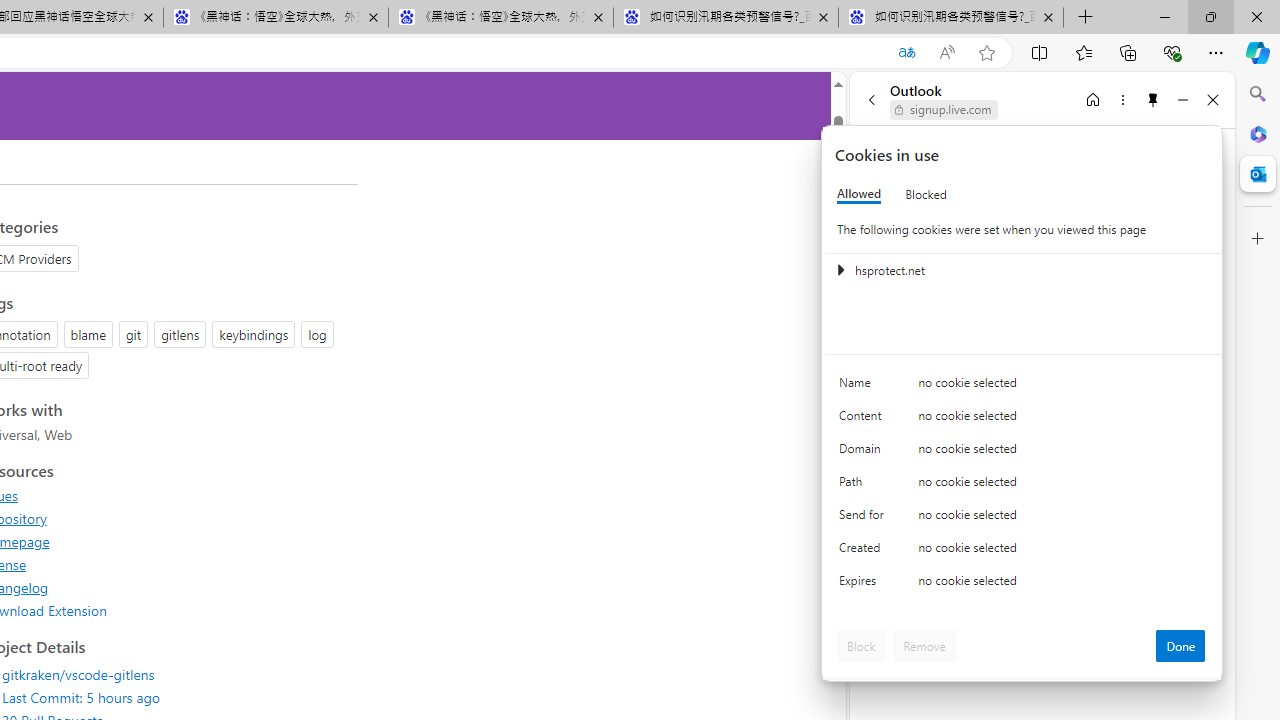 Image resolution: width=1280 pixels, height=720 pixels. Describe the element at coordinates (865, 387) in the screenshot. I see `'Name'` at that location.